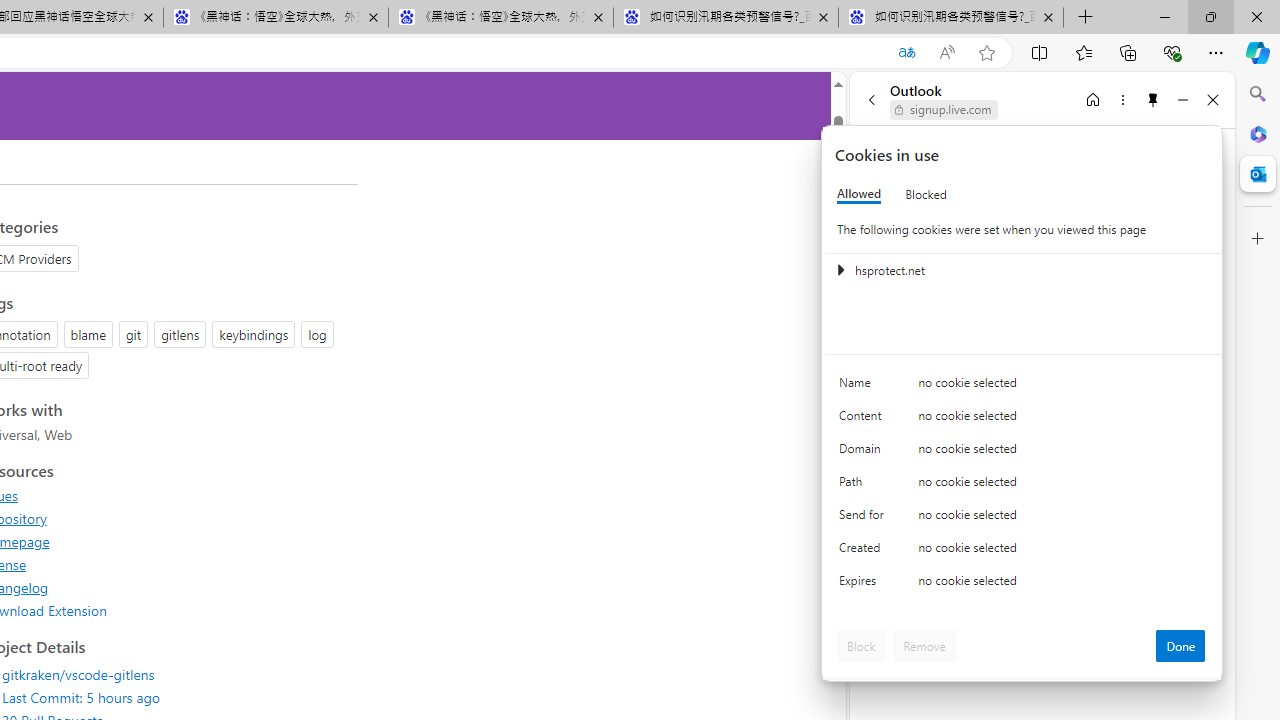 Image resolution: width=1280 pixels, height=720 pixels. Describe the element at coordinates (865, 387) in the screenshot. I see `'Name'` at that location.